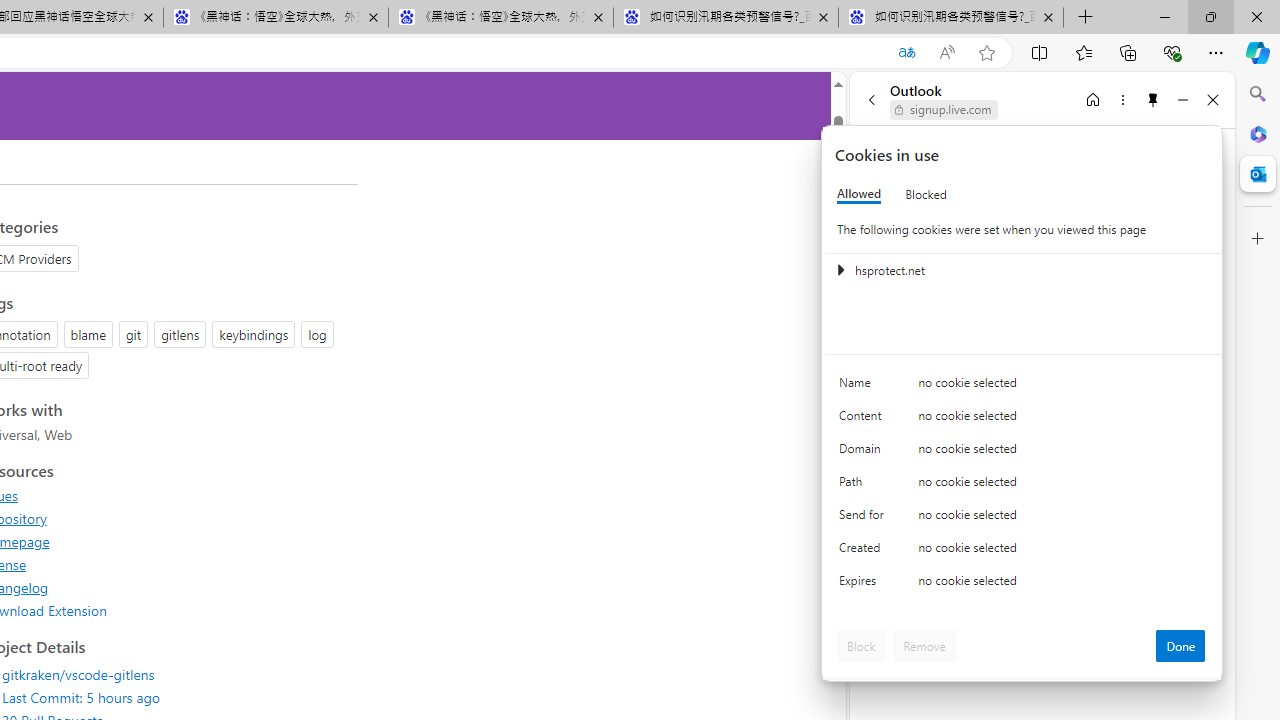 Image resolution: width=1280 pixels, height=720 pixels. Describe the element at coordinates (865, 387) in the screenshot. I see `'Name'` at that location.